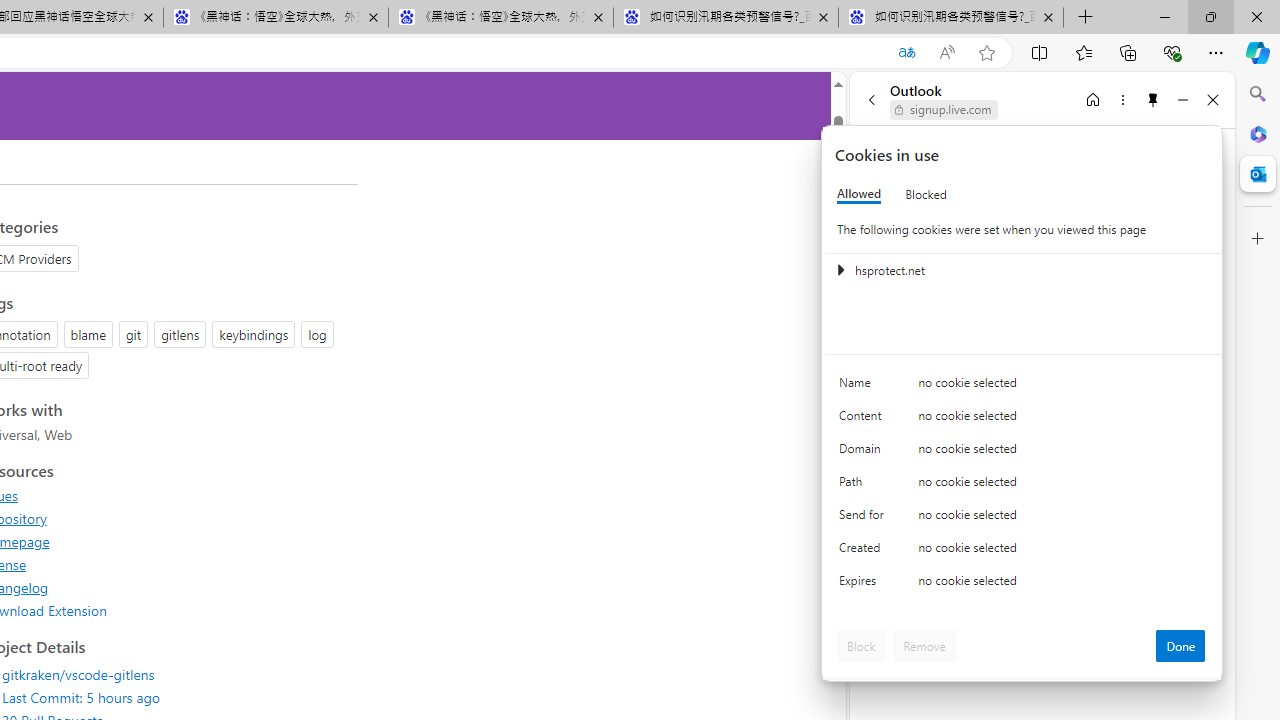 Image resolution: width=1280 pixels, height=720 pixels. Describe the element at coordinates (865, 387) in the screenshot. I see `'Name'` at that location.